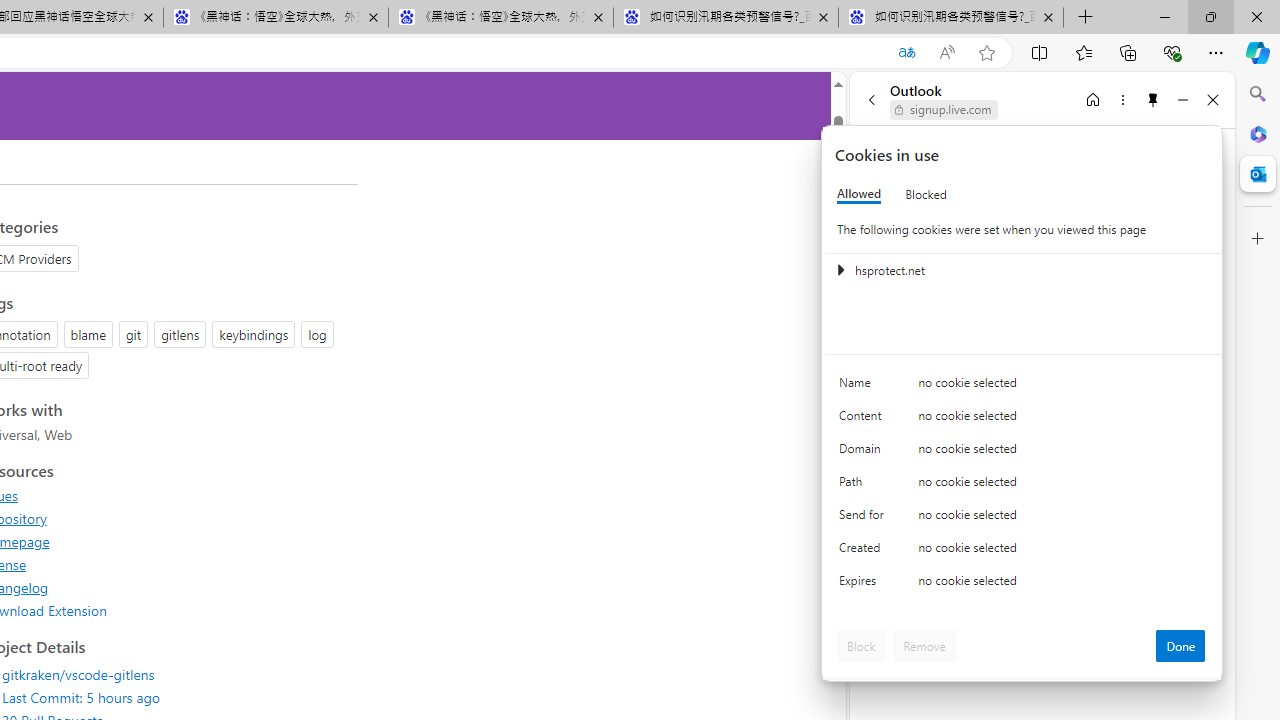 Image resolution: width=1280 pixels, height=720 pixels. Describe the element at coordinates (865, 387) in the screenshot. I see `'Name'` at that location.